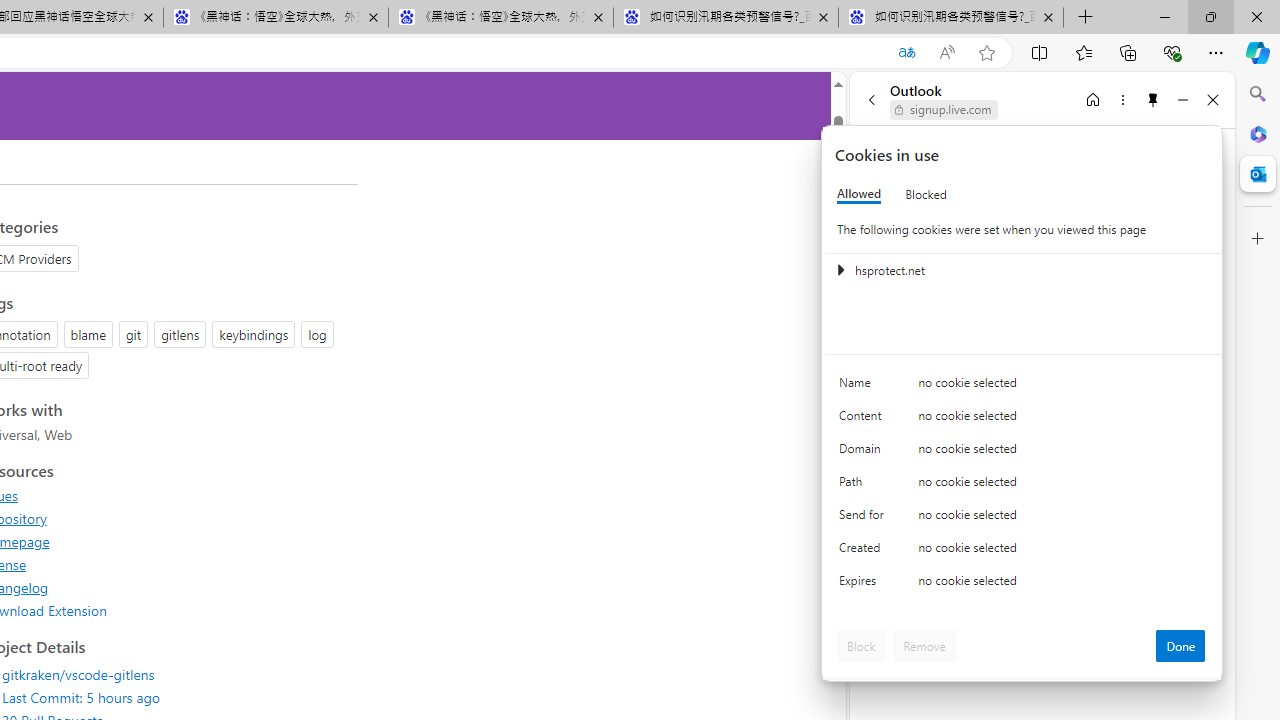 Image resolution: width=1280 pixels, height=720 pixels. Describe the element at coordinates (865, 387) in the screenshot. I see `'Name'` at that location.